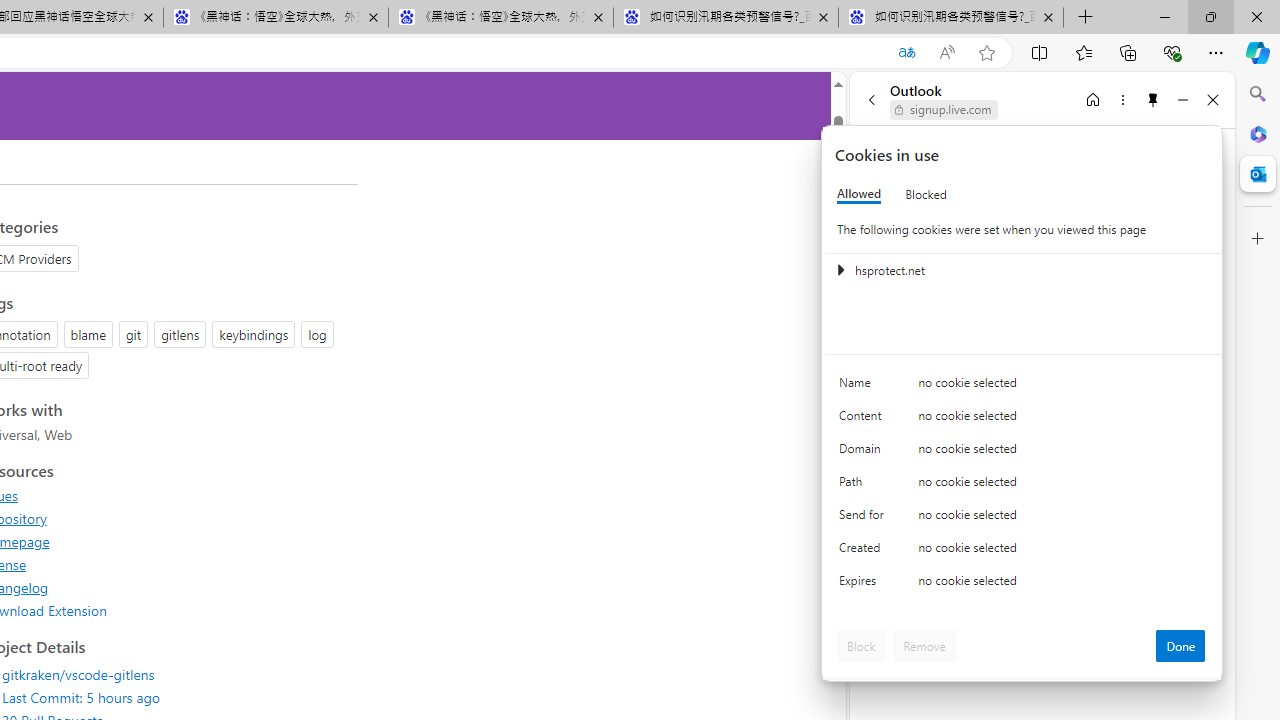 Image resolution: width=1280 pixels, height=720 pixels. Describe the element at coordinates (865, 387) in the screenshot. I see `'Name'` at that location.